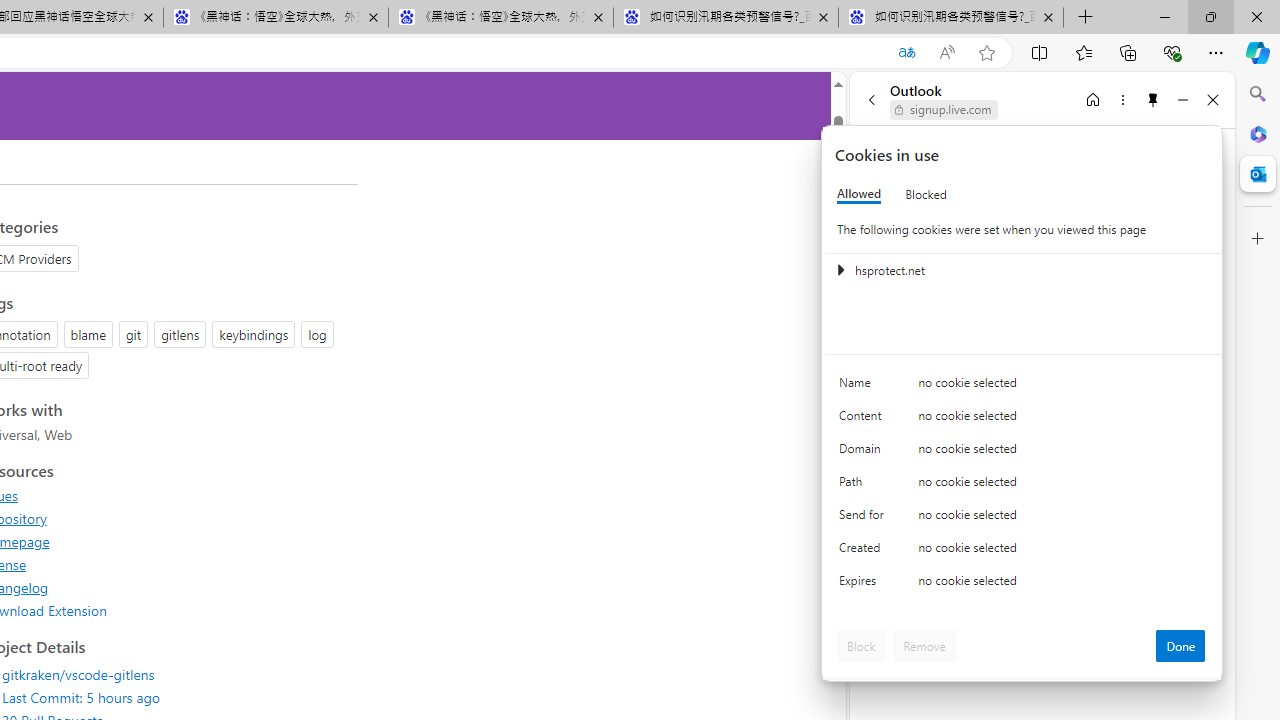 Image resolution: width=1280 pixels, height=720 pixels. Describe the element at coordinates (865, 387) in the screenshot. I see `'Name'` at that location.